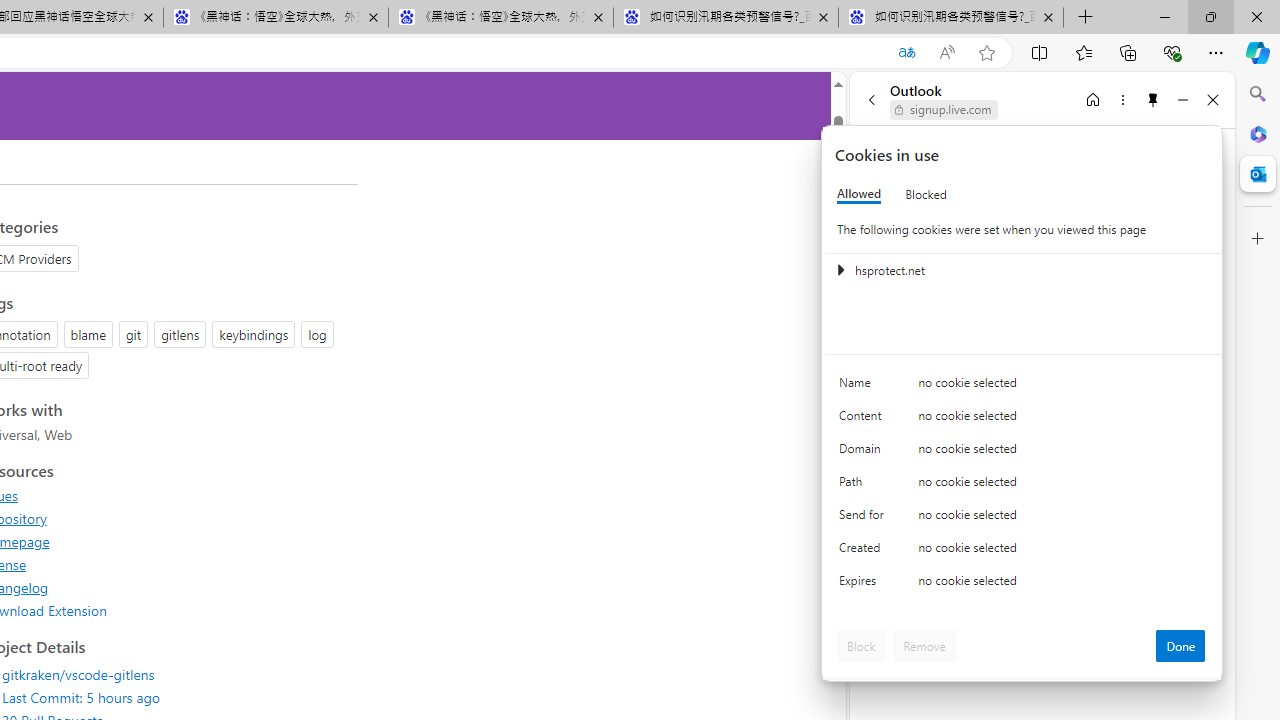 Image resolution: width=1280 pixels, height=720 pixels. Describe the element at coordinates (865, 387) in the screenshot. I see `'Name'` at that location.